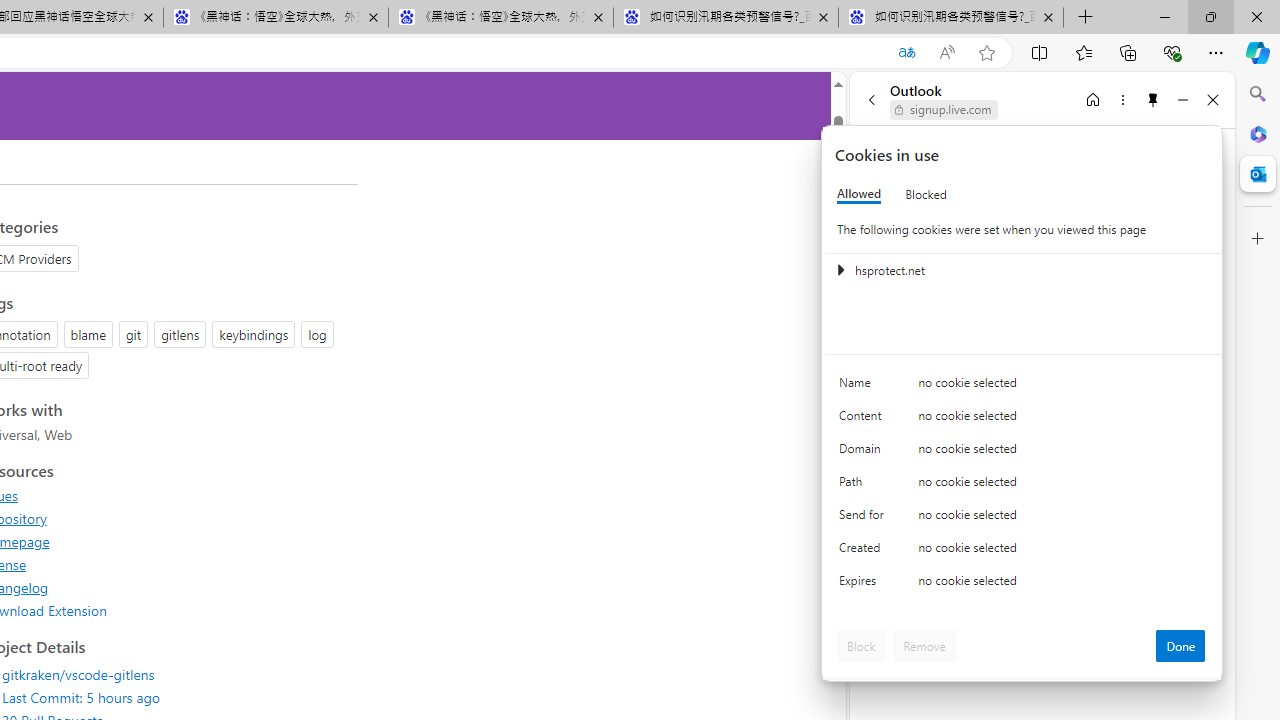 Image resolution: width=1280 pixels, height=720 pixels. Describe the element at coordinates (865, 387) in the screenshot. I see `'Name'` at that location.